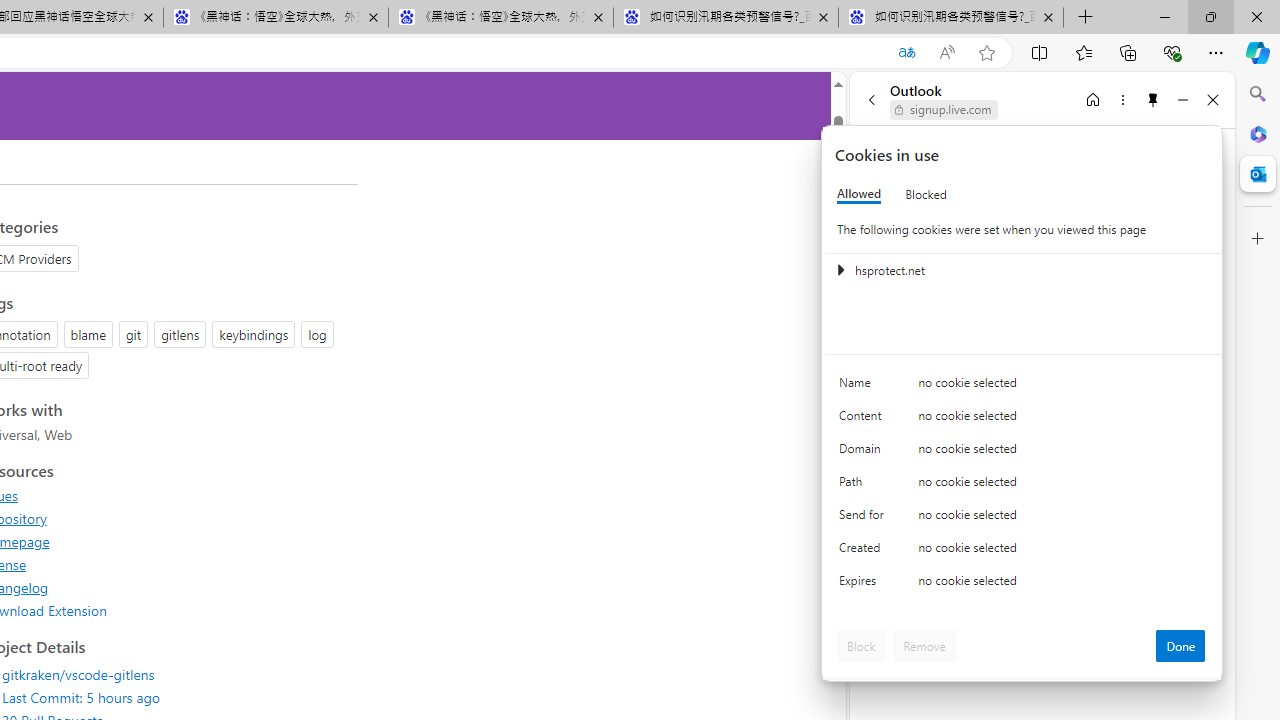 Image resolution: width=1280 pixels, height=720 pixels. Describe the element at coordinates (865, 387) in the screenshot. I see `'Name'` at that location.